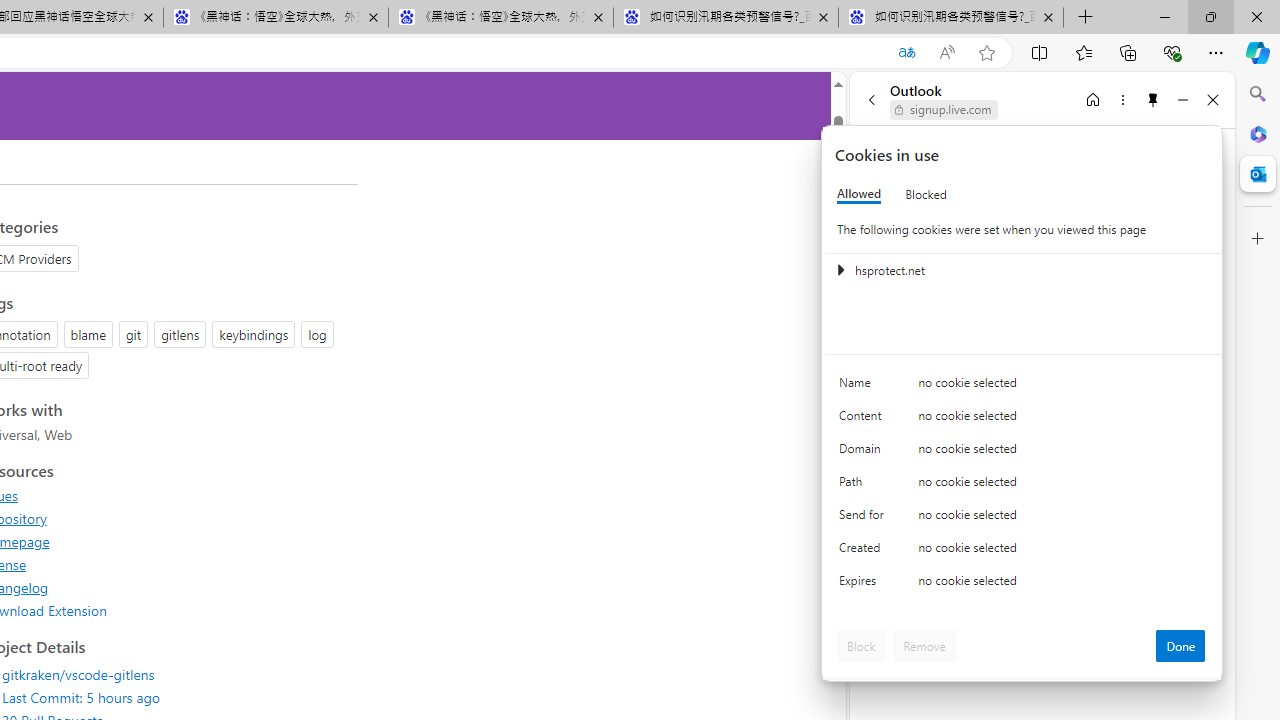 Image resolution: width=1280 pixels, height=720 pixels. Describe the element at coordinates (865, 387) in the screenshot. I see `'Name'` at that location.